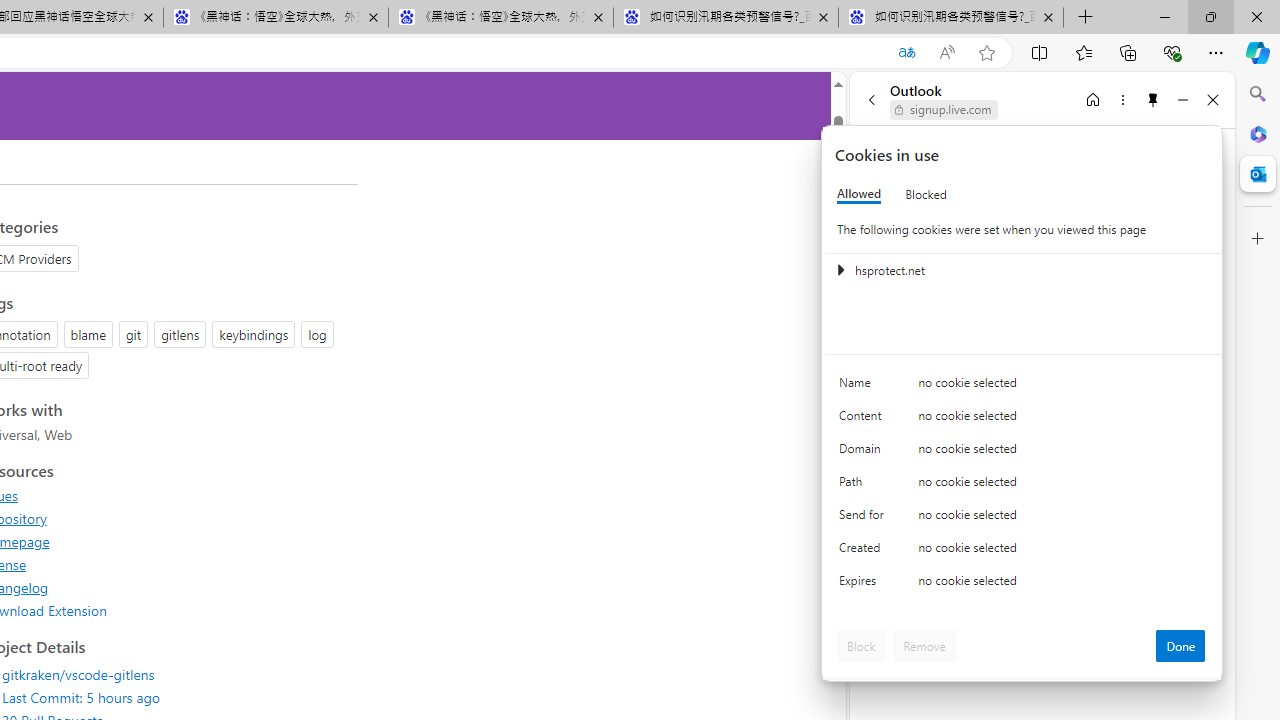 Image resolution: width=1280 pixels, height=720 pixels. Describe the element at coordinates (865, 387) in the screenshot. I see `'Name'` at that location.